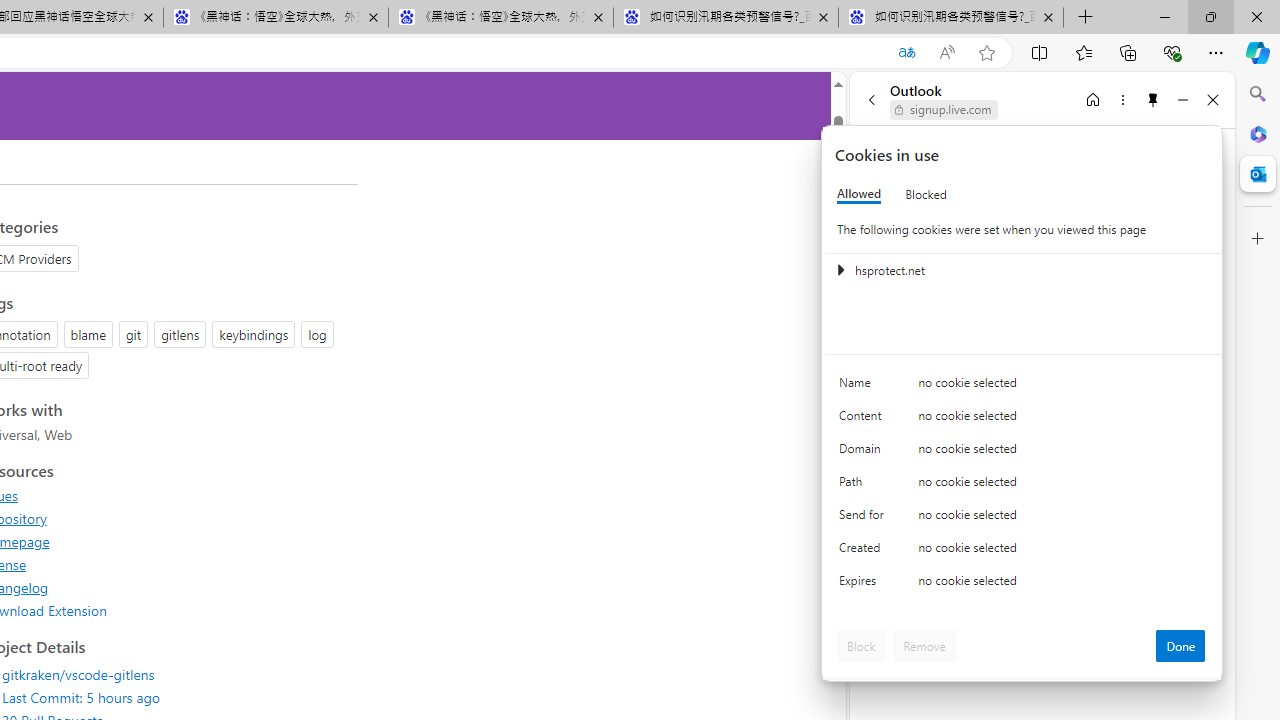 Image resolution: width=1280 pixels, height=720 pixels. Describe the element at coordinates (865, 387) in the screenshot. I see `'Name'` at that location.